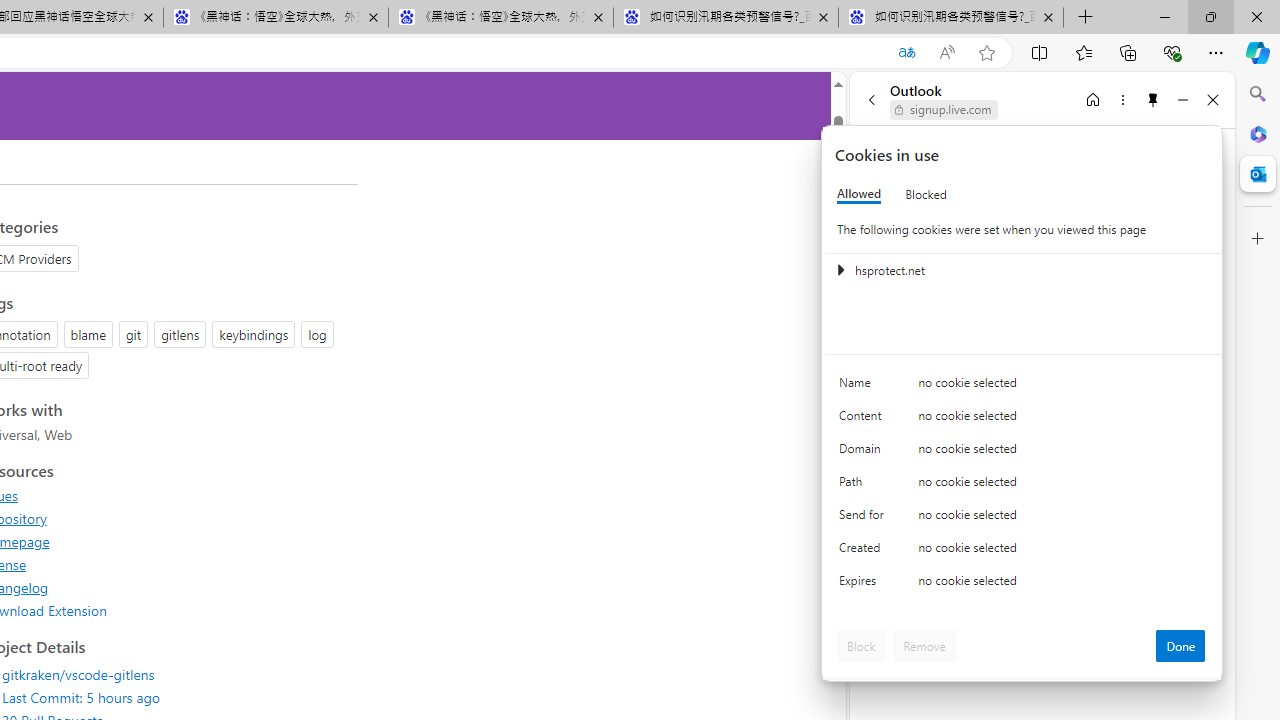 Image resolution: width=1280 pixels, height=720 pixels. Describe the element at coordinates (865, 387) in the screenshot. I see `'Name'` at that location.